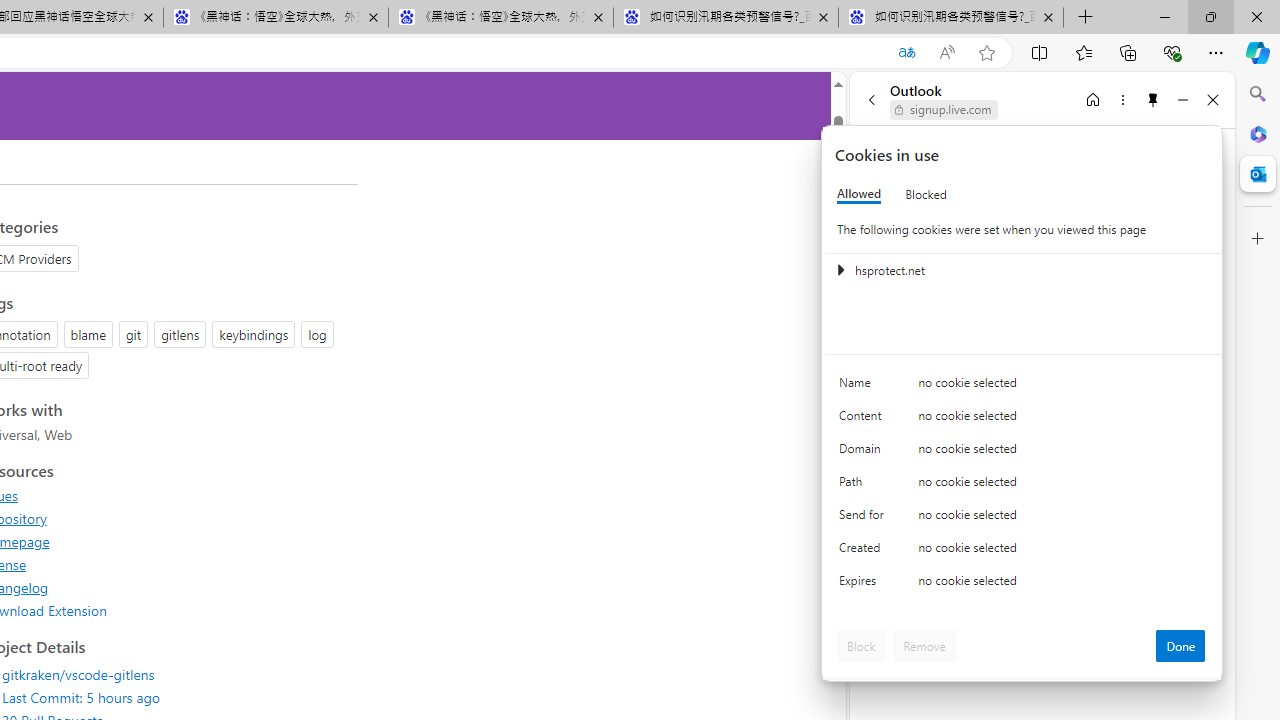 Image resolution: width=1280 pixels, height=720 pixels. Describe the element at coordinates (865, 387) in the screenshot. I see `'Name'` at that location.